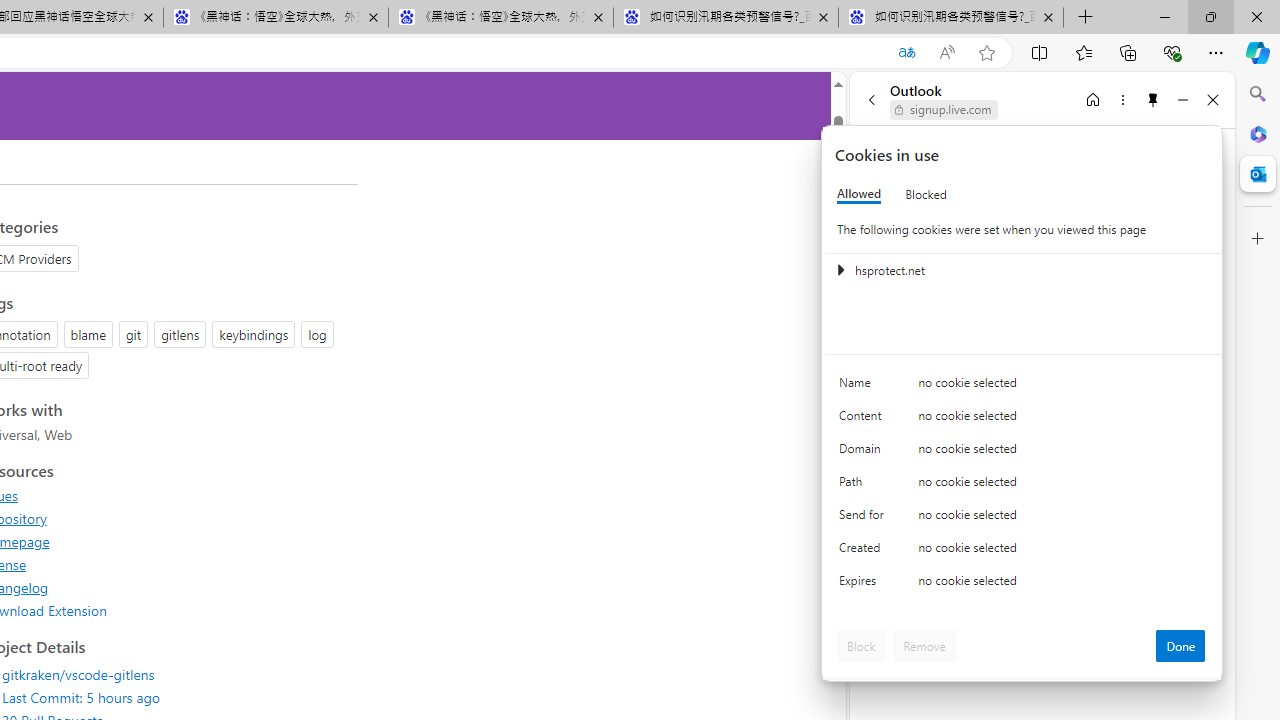 Image resolution: width=1280 pixels, height=720 pixels. Describe the element at coordinates (865, 387) in the screenshot. I see `'Name'` at that location.